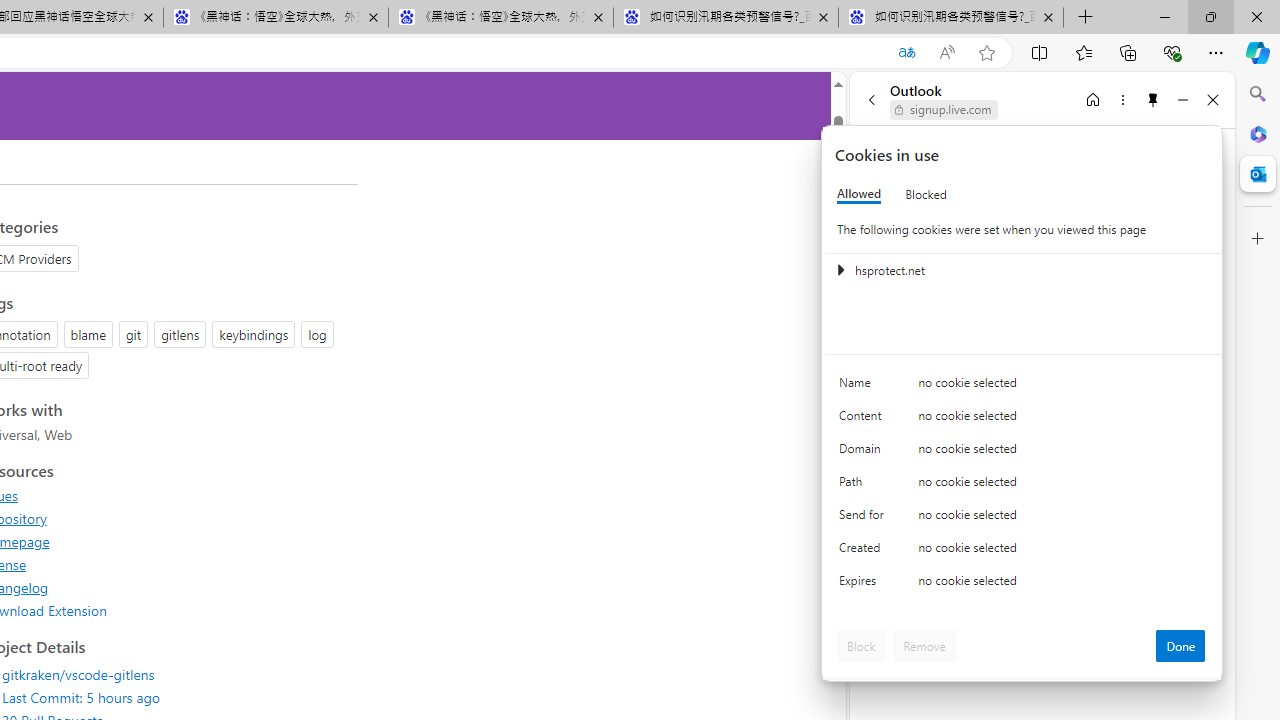 Image resolution: width=1280 pixels, height=720 pixels. Describe the element at coordinates (865, 387) in the screenshot. I see `'Name'` at that location.